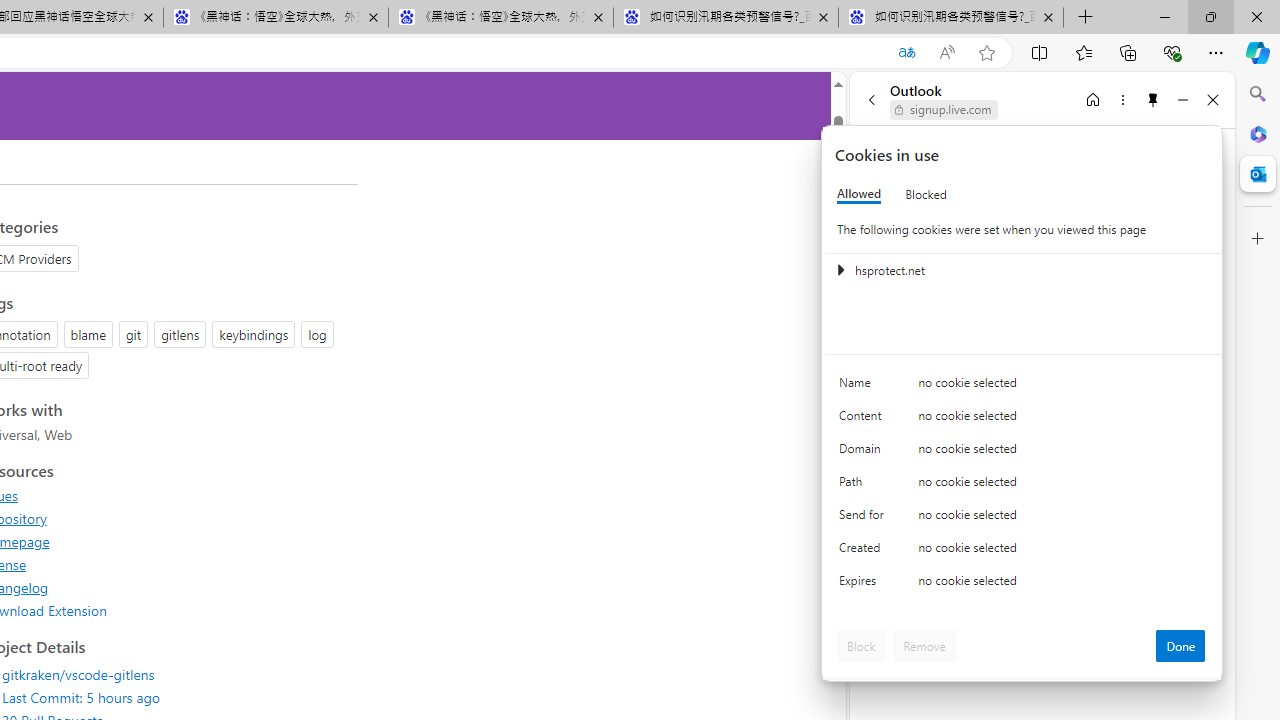 Image resolution: width=1280 pixels, height=720 pixels. Describe the element at coordinates (865, 387) in the screenshot. I see `'Name'` at that location.